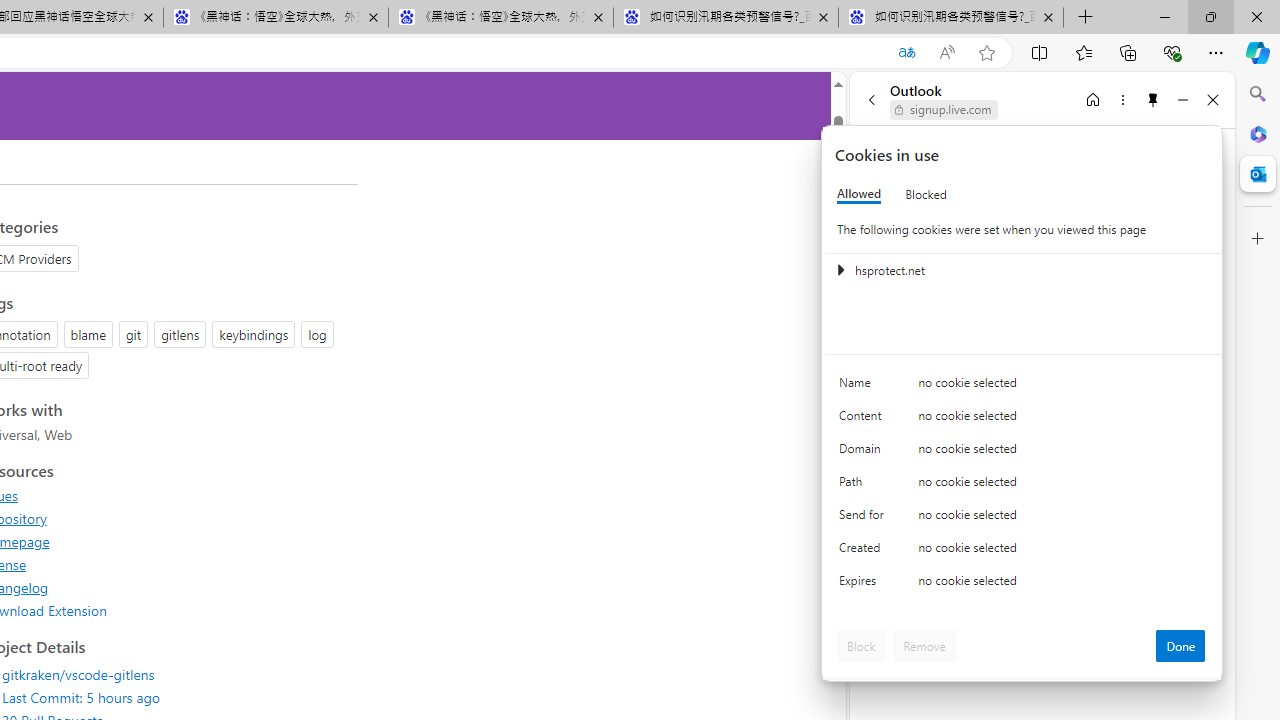 Image resolution: width=1280 pixels, height=720 pixels. Describe the element at coordinates (865, 387) in the screenshot. I see `'Name'` at that location.